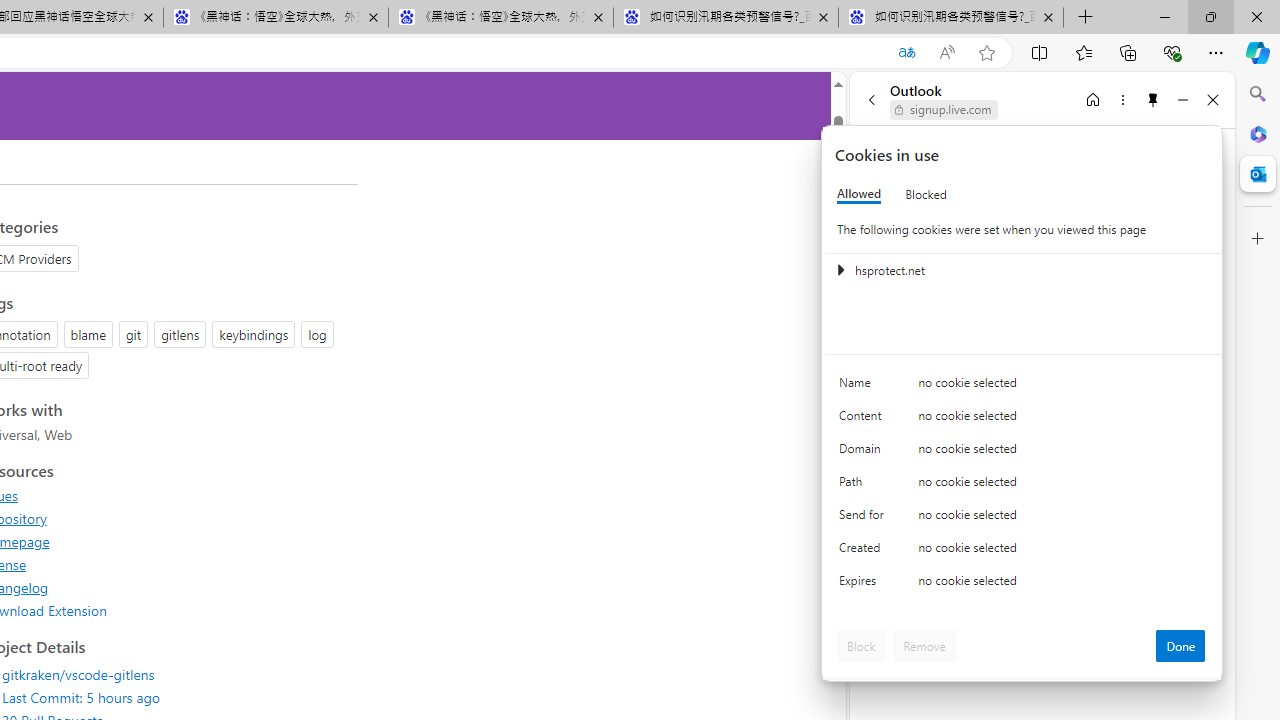 Image resolution: width=1280 pixels, height=720 pixels. Describe the element at coordinates (865, 387) in the screenshot. I see `'Name'` at that location.